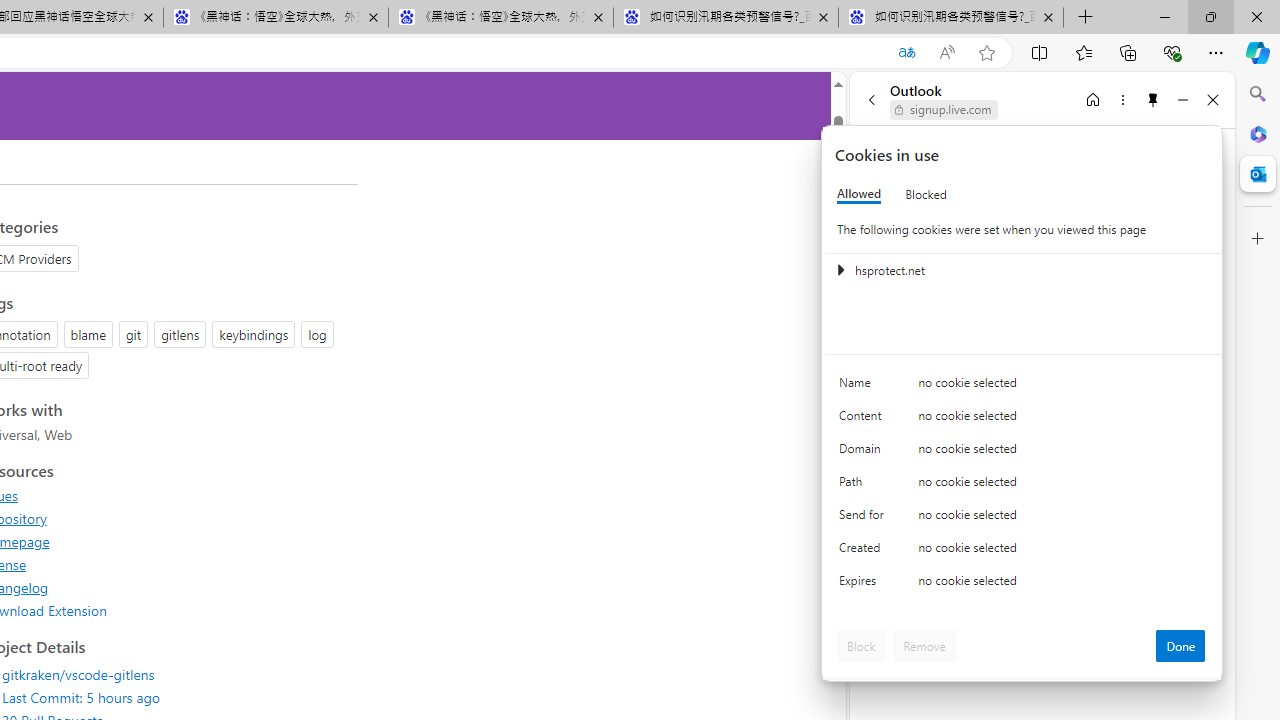 Image resolution: width=1280 pixels, height=720 pixels. Describe the element at coordinates (865, 387) in the screenshot. I see `'Name'` at that location.